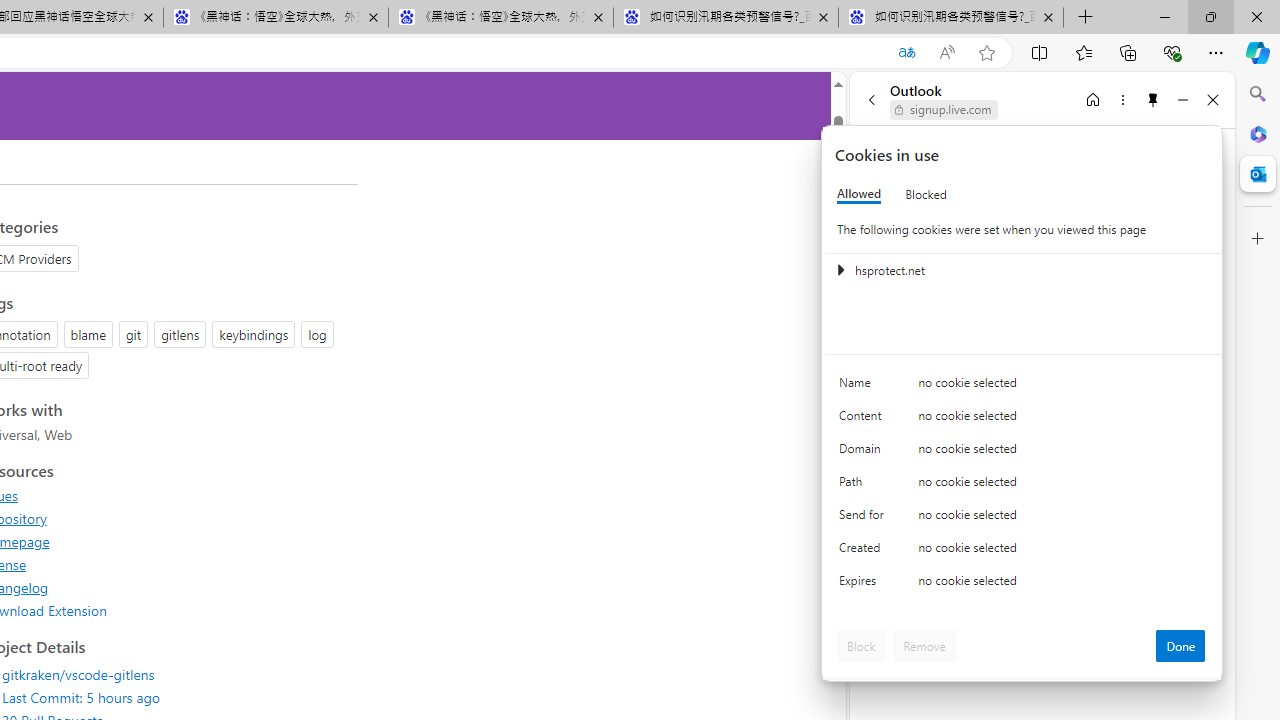 Image resolution: width=1280 pixels, height=720 pixels. Describe the element at coordinates (865, 387) in the screenshot. I see `'Name'` at that location.